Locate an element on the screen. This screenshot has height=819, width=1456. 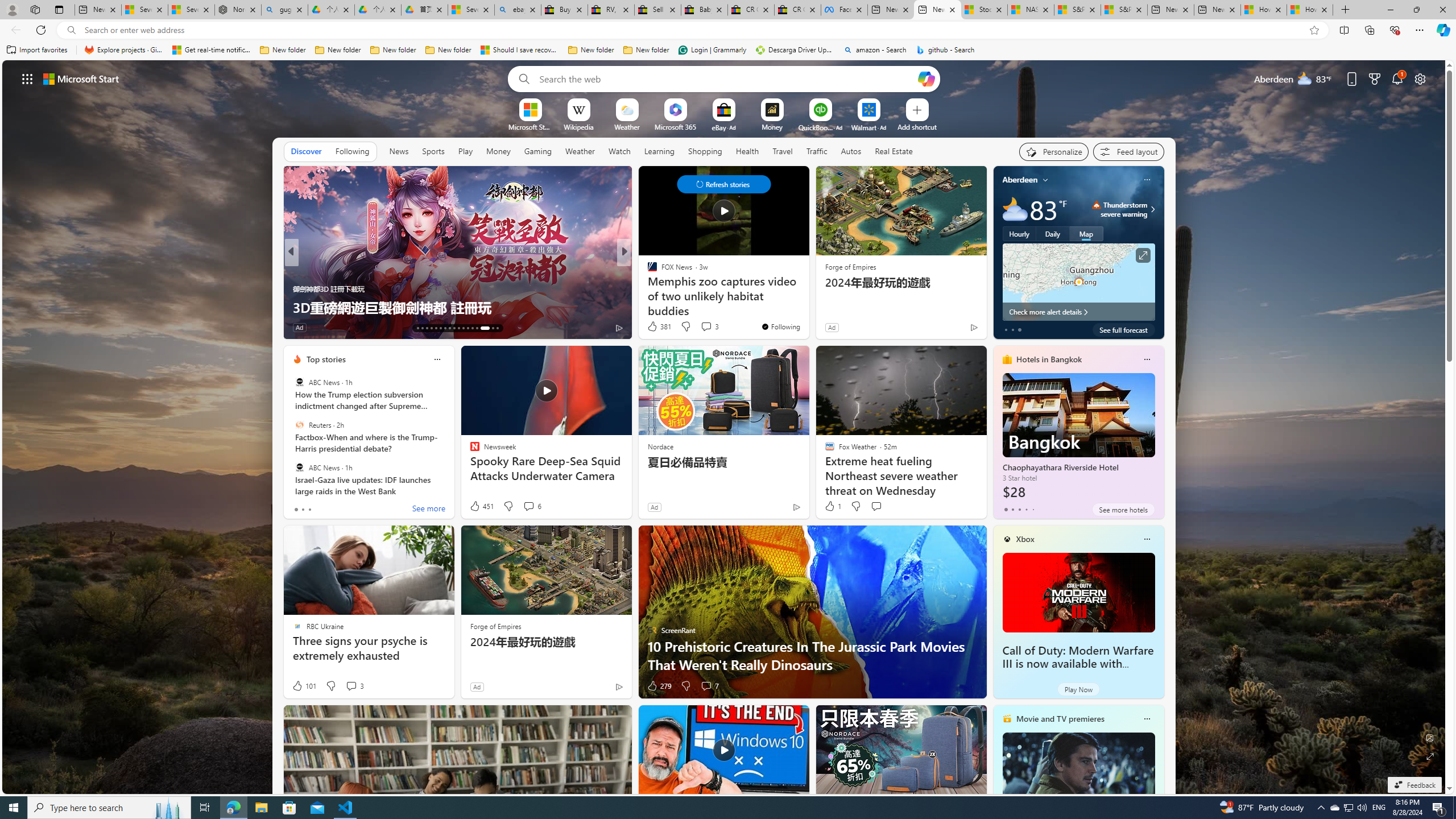
'AutomationID: tab-19' is located at coordinates (445, 328).